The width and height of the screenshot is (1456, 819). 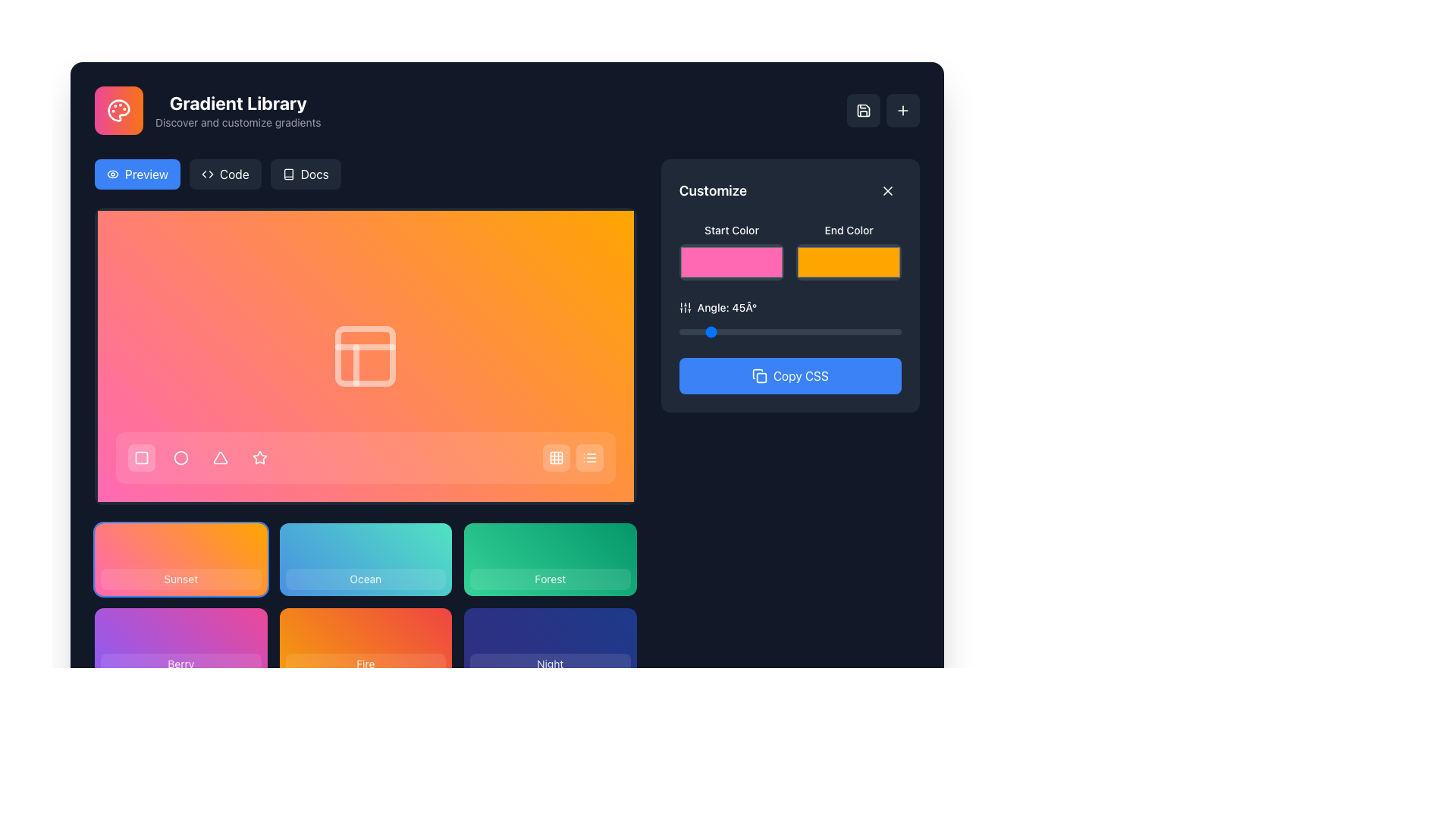 I want to click on and drop the Color input box located under the 'End Color' label in the 'Customize' modal, so click(x=848, y=262).